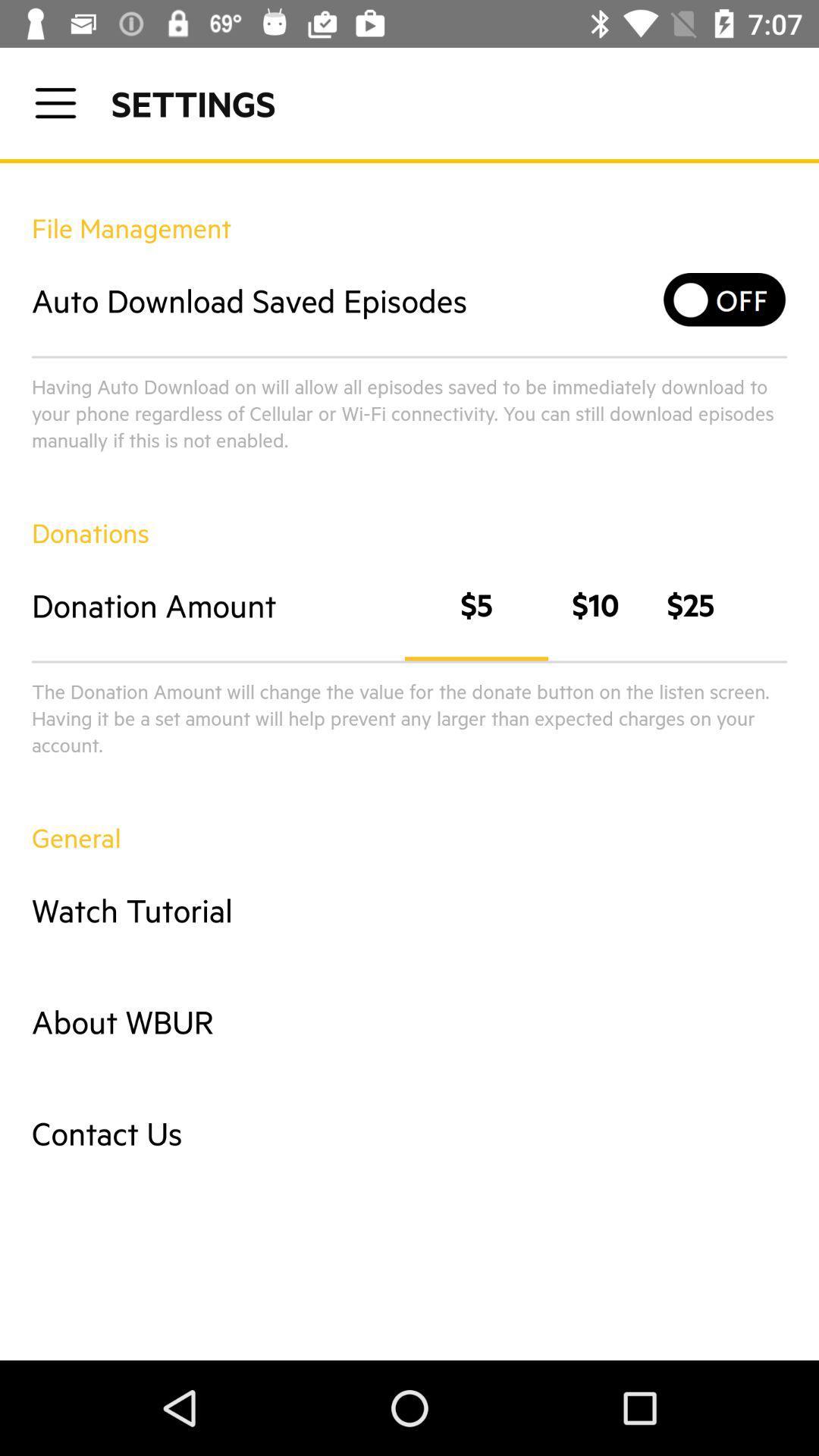  Describe the element at coordinates (571, 604) in the screenshot. I see `the option on right to the text donation amount on the web page` at that location.